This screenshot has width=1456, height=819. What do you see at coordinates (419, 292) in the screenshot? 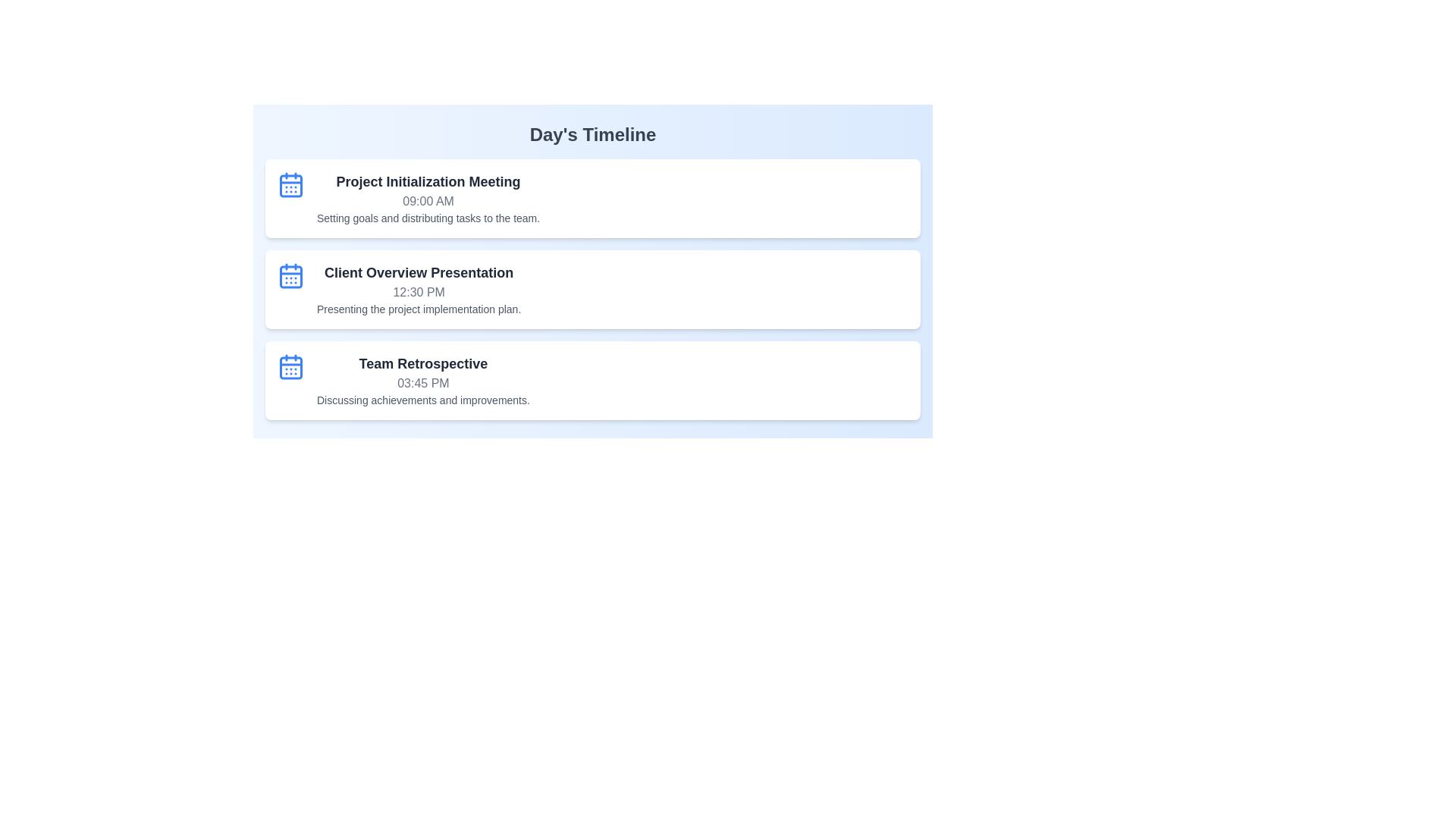
I see `the text label displaying '12:30 PM' in a medium-sized serif font, styled with a gray color, located below the heading 'Client Overview Presentation' in the timeline interface` at bounding box center [419, 292].